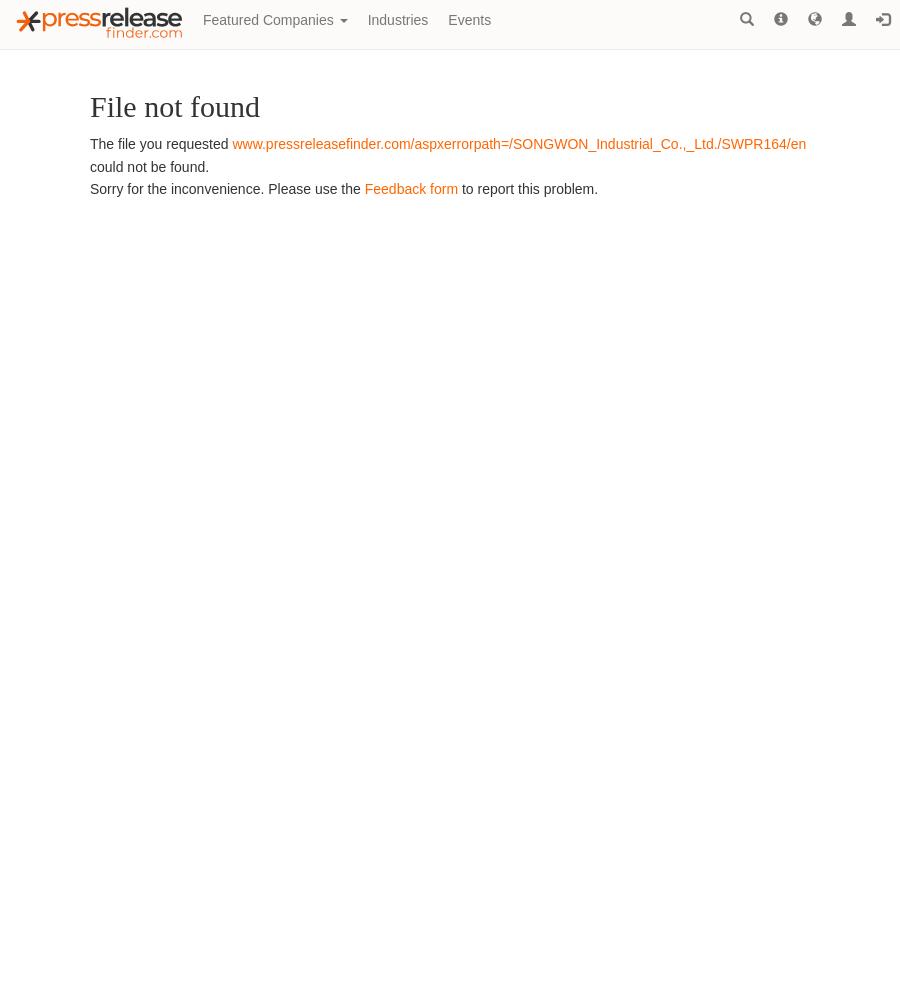  I want to click on 'Feedback form', so click(411, 188).